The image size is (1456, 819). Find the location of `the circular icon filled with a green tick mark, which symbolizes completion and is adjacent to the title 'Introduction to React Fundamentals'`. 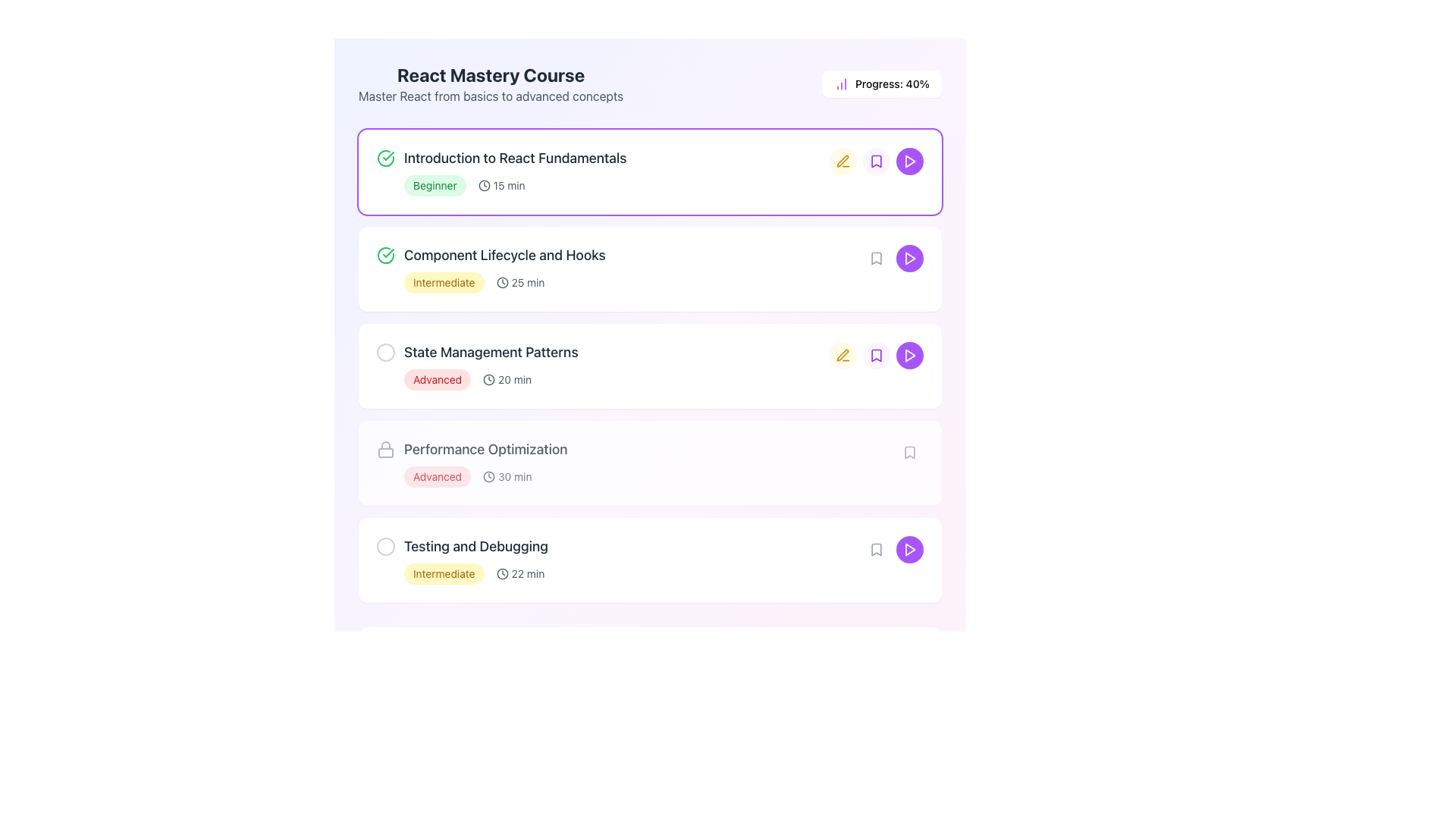

the circular icon filled with a green tick mark, which symbolizes completion and is adjacent to the title 'Introduction to React Fundamentals' is located at coordinates (385, 254).